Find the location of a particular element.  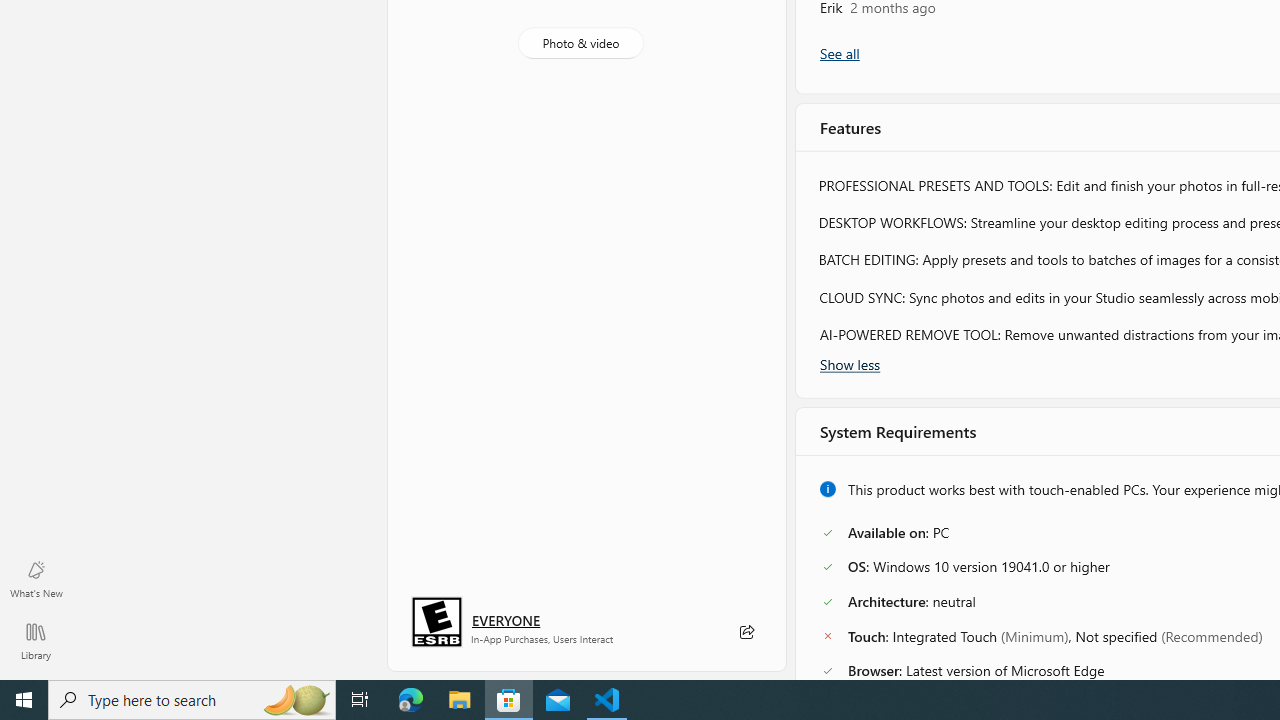

'Age rating: EVERYONE. Click for more information.' is located at coordinates (506, 618).